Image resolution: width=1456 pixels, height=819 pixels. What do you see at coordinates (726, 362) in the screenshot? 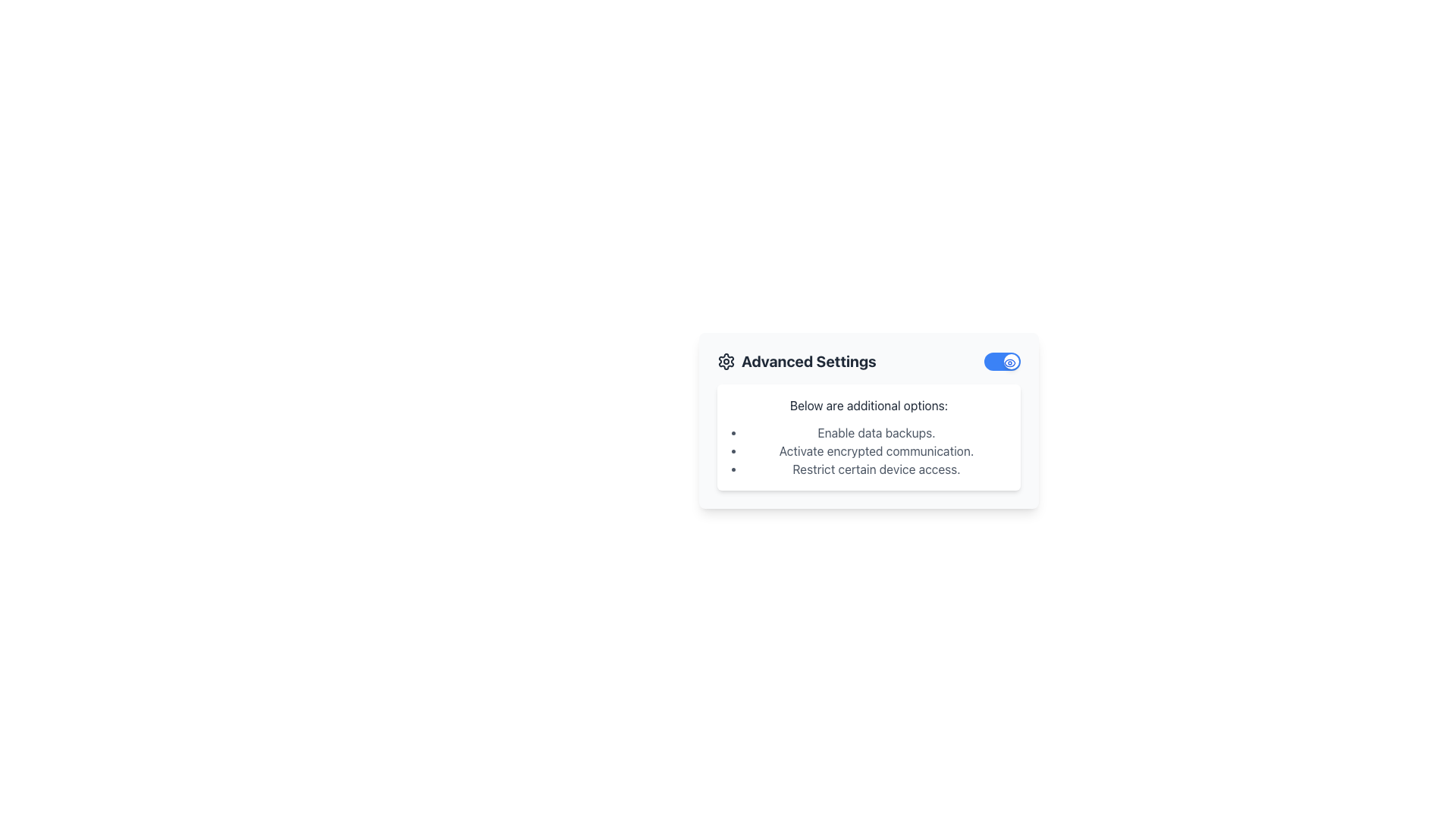
I see `the gear-shaped icon resembling a settings symbol located to the left of the text 'Advanced Settings'` at bounding box center [726, 362].